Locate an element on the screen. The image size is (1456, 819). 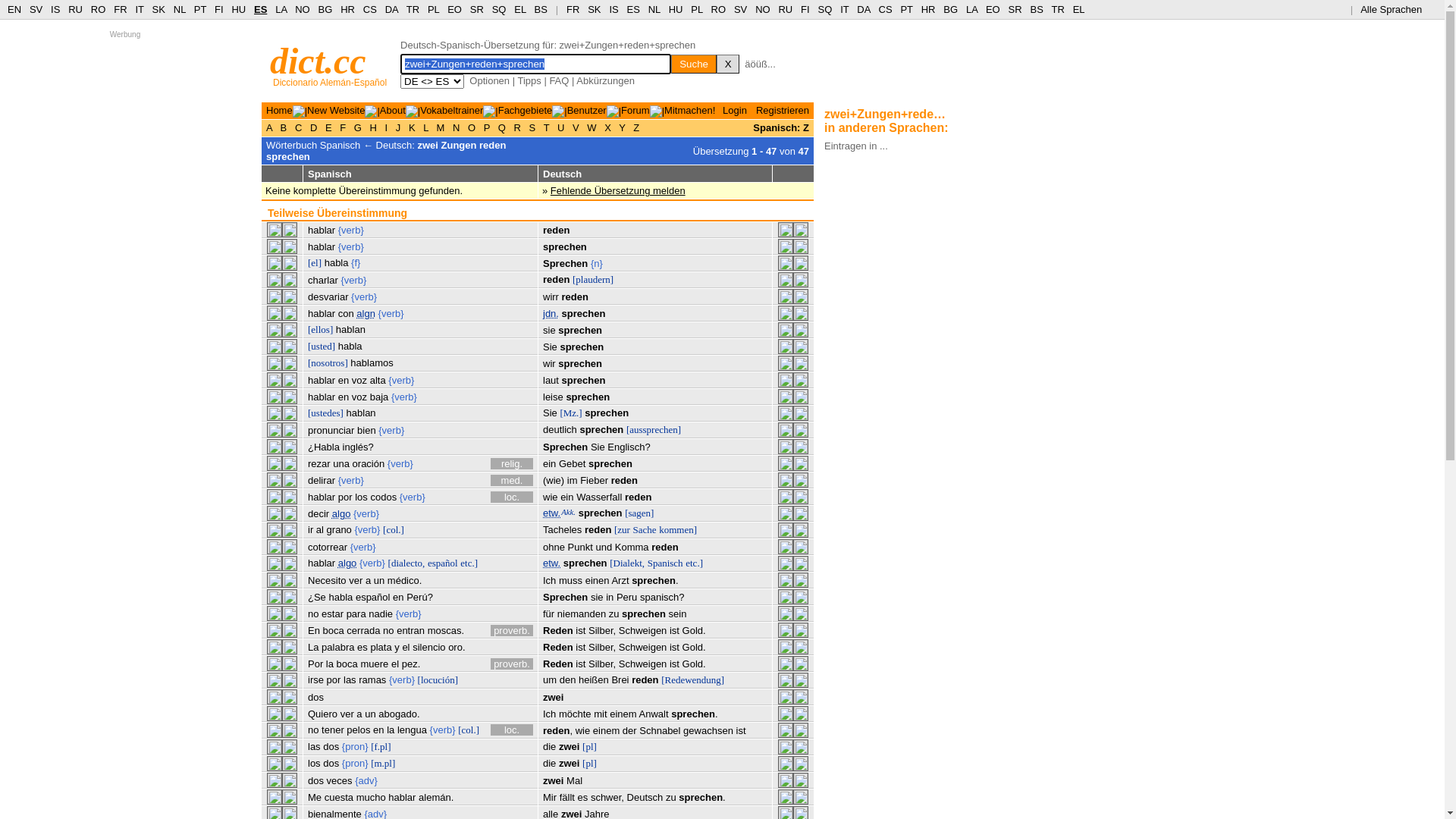
'para' is located at coordinates (356, 613).